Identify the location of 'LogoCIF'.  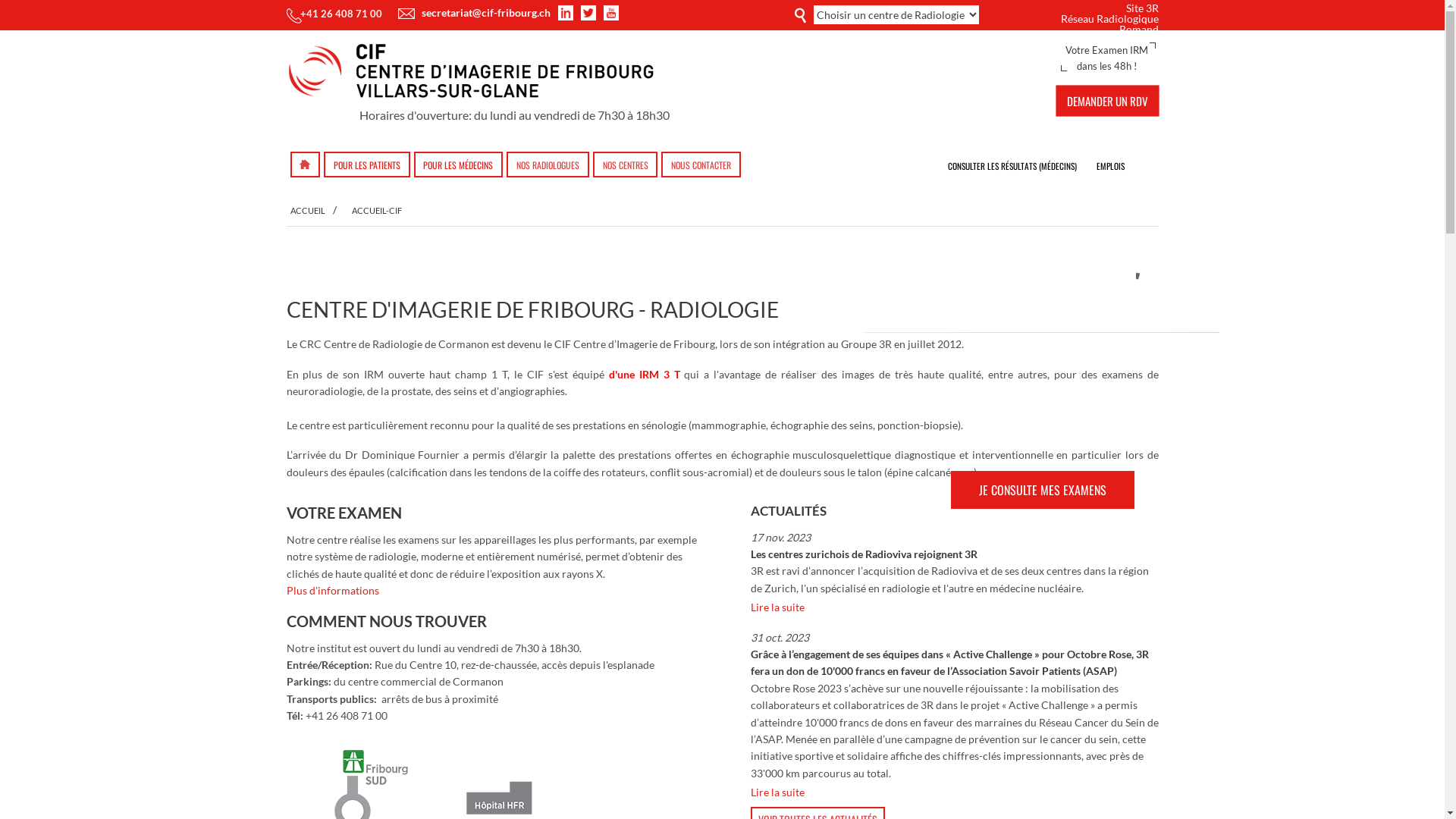
(477, 74).